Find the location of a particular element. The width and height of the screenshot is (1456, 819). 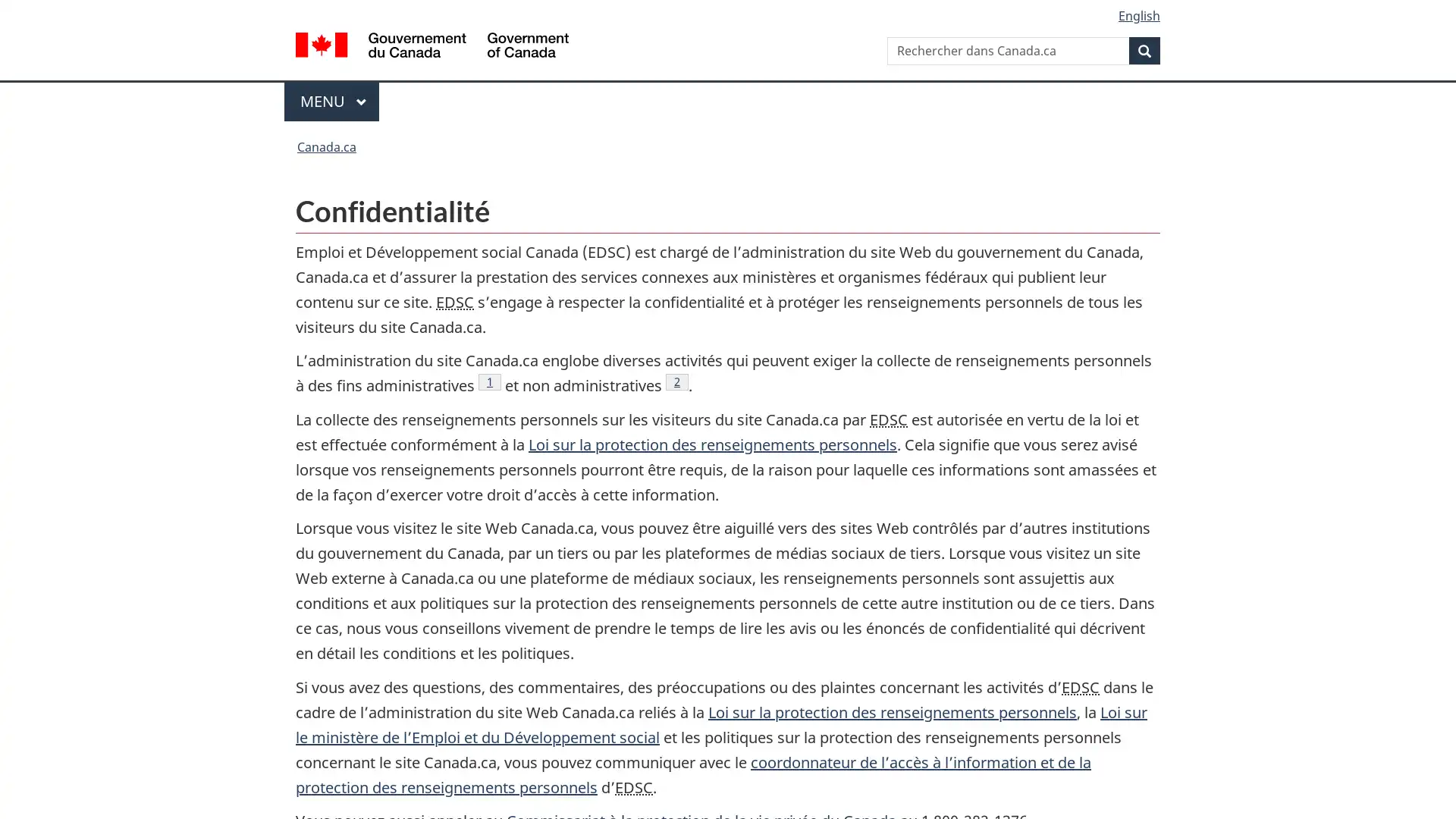

Recherche is located at coordinates (1144, 49).